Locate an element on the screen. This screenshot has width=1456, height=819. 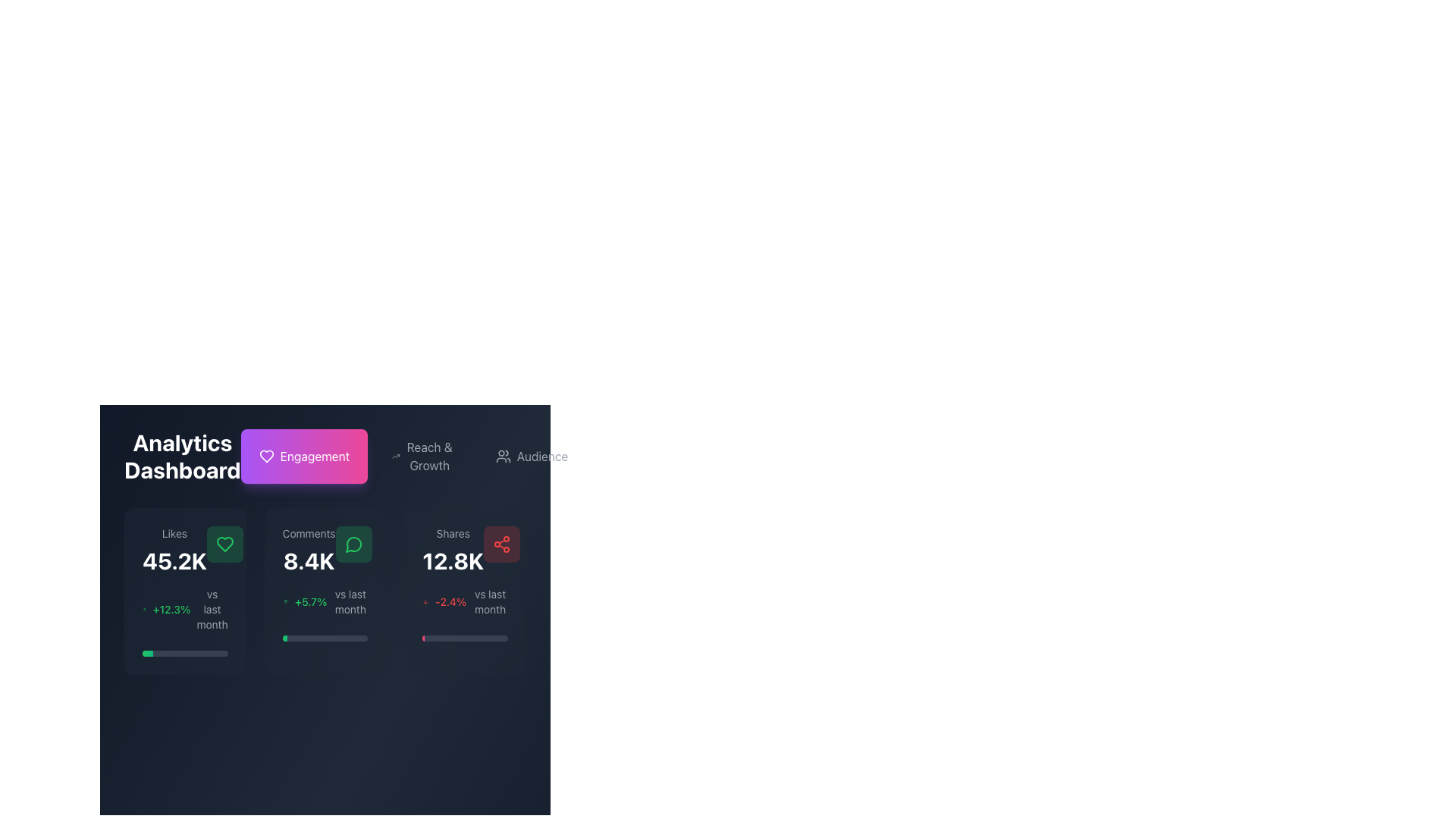
the 'Engagement' icon located at the far left of the group's content area is located at coordinates (266, 455).